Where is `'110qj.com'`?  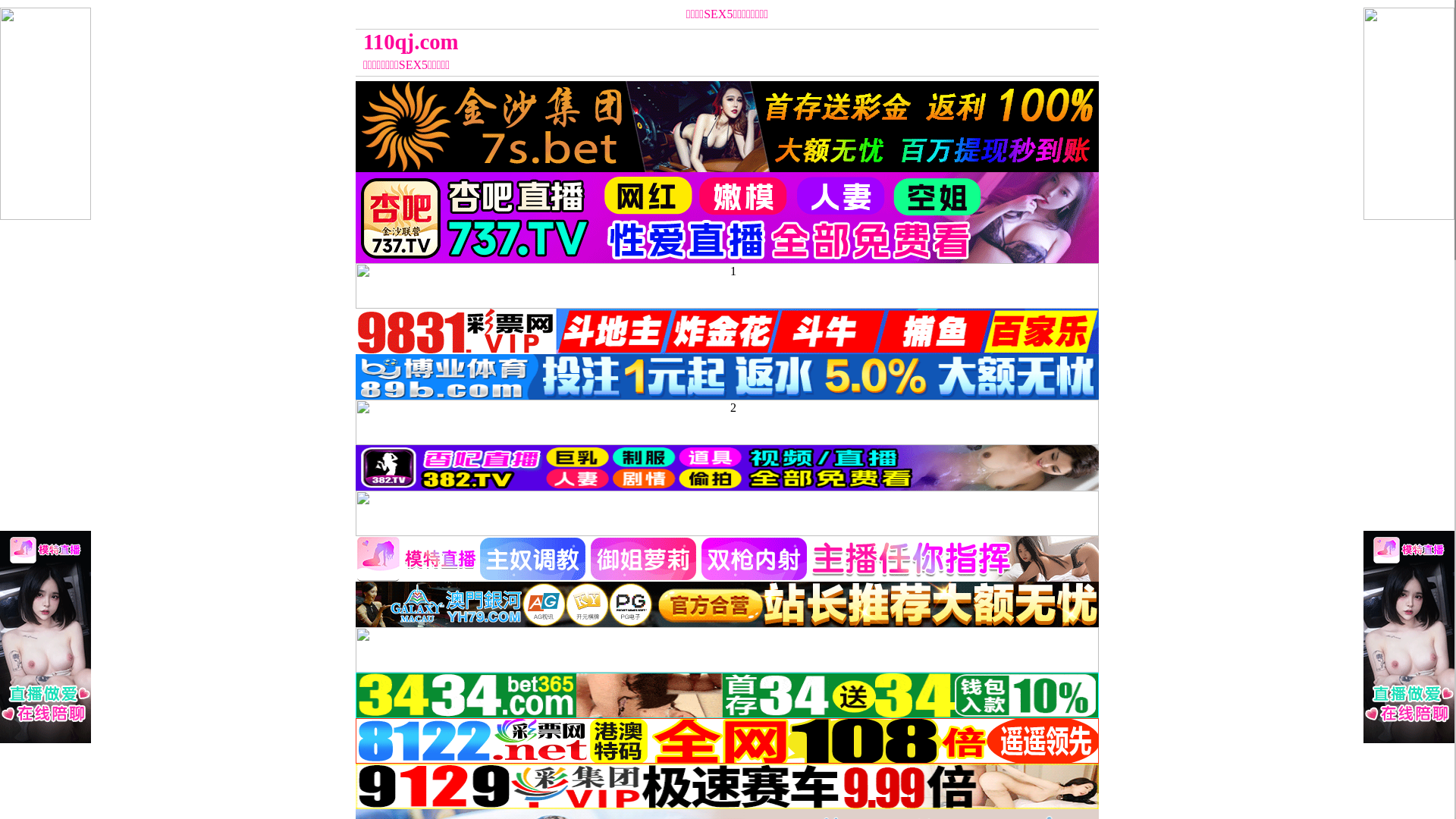 '110qj.com' is located at coordinates (634, 41).